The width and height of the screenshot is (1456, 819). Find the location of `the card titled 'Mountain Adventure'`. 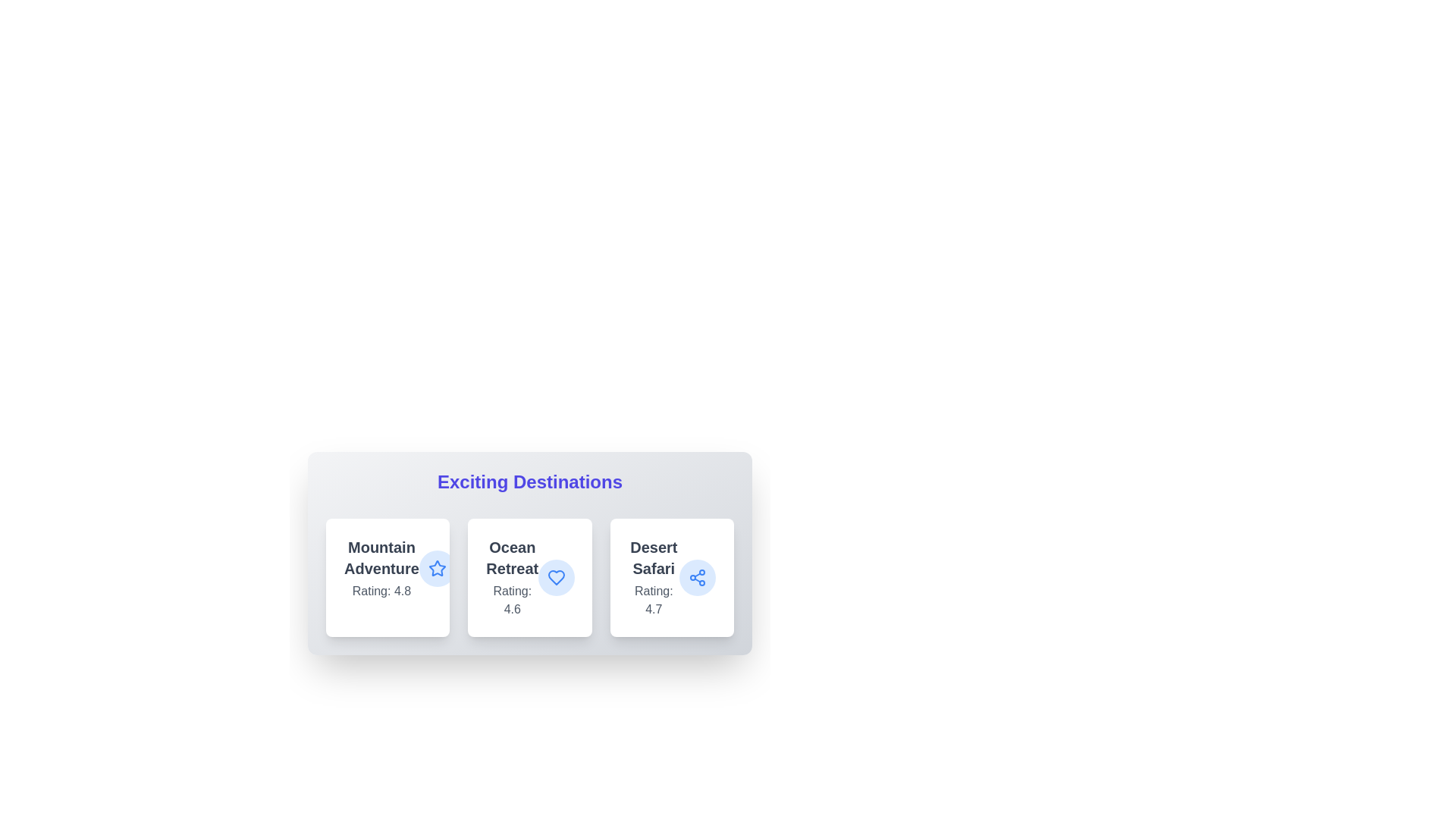

the card titled 'Mountain Adventure' is located at coordinates (388, 578).